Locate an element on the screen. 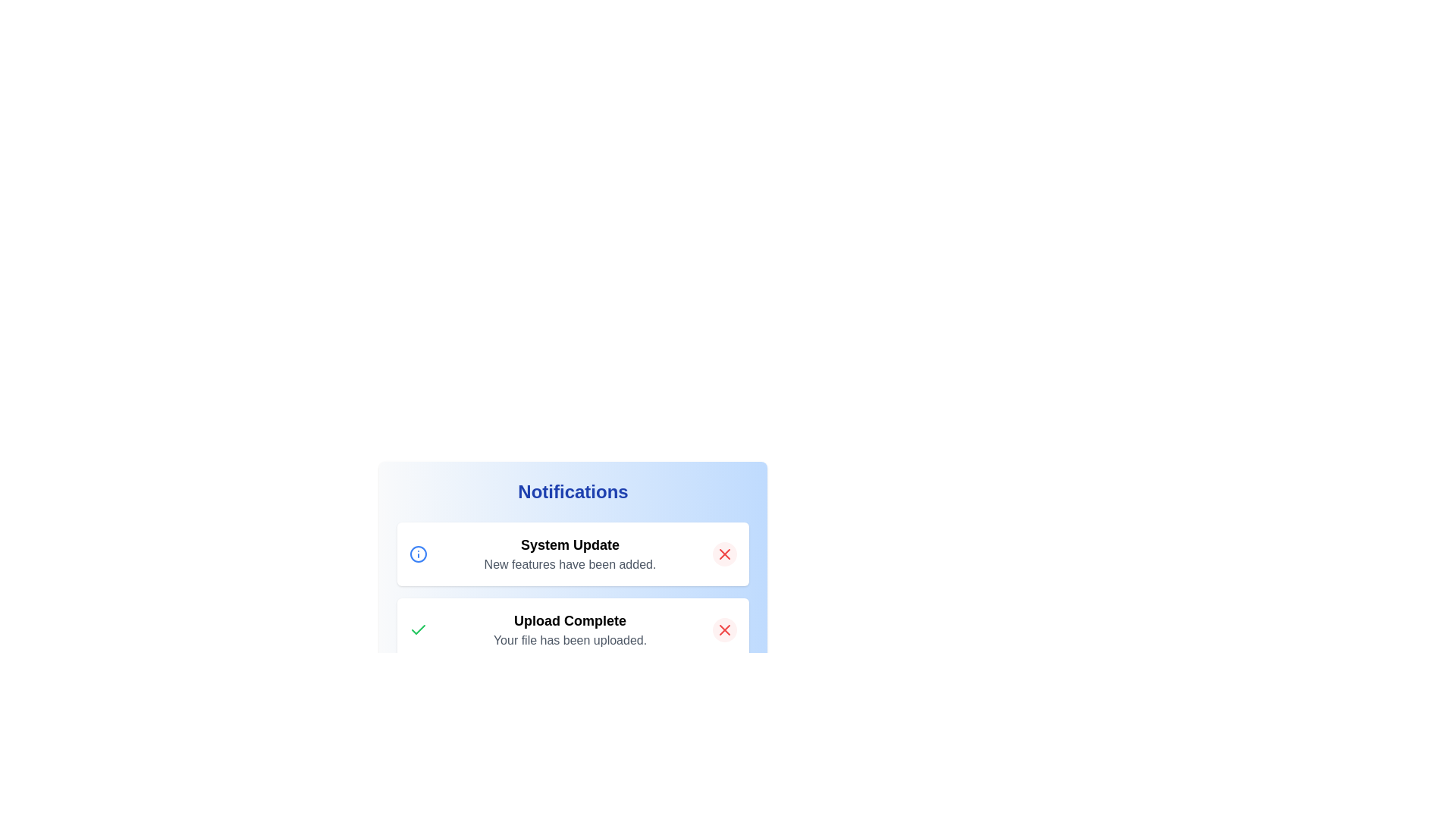 This screenshot has height=819, width=1456. the 'X' icon styled as a red line drawing within the circular red background is located at coordinates (723, 629).